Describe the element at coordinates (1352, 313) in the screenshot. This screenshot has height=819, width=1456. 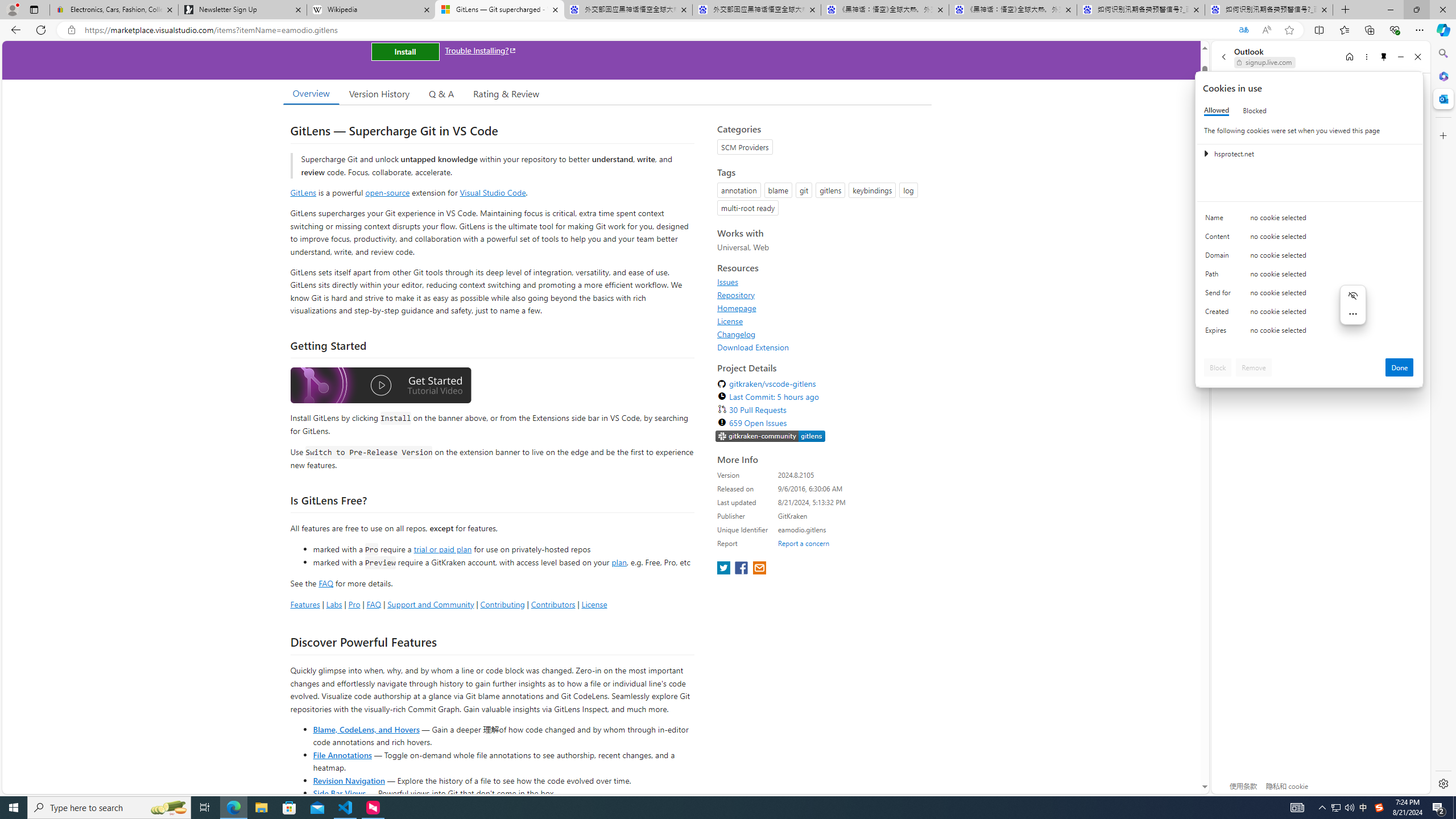
I see `'More actions'` at that location.